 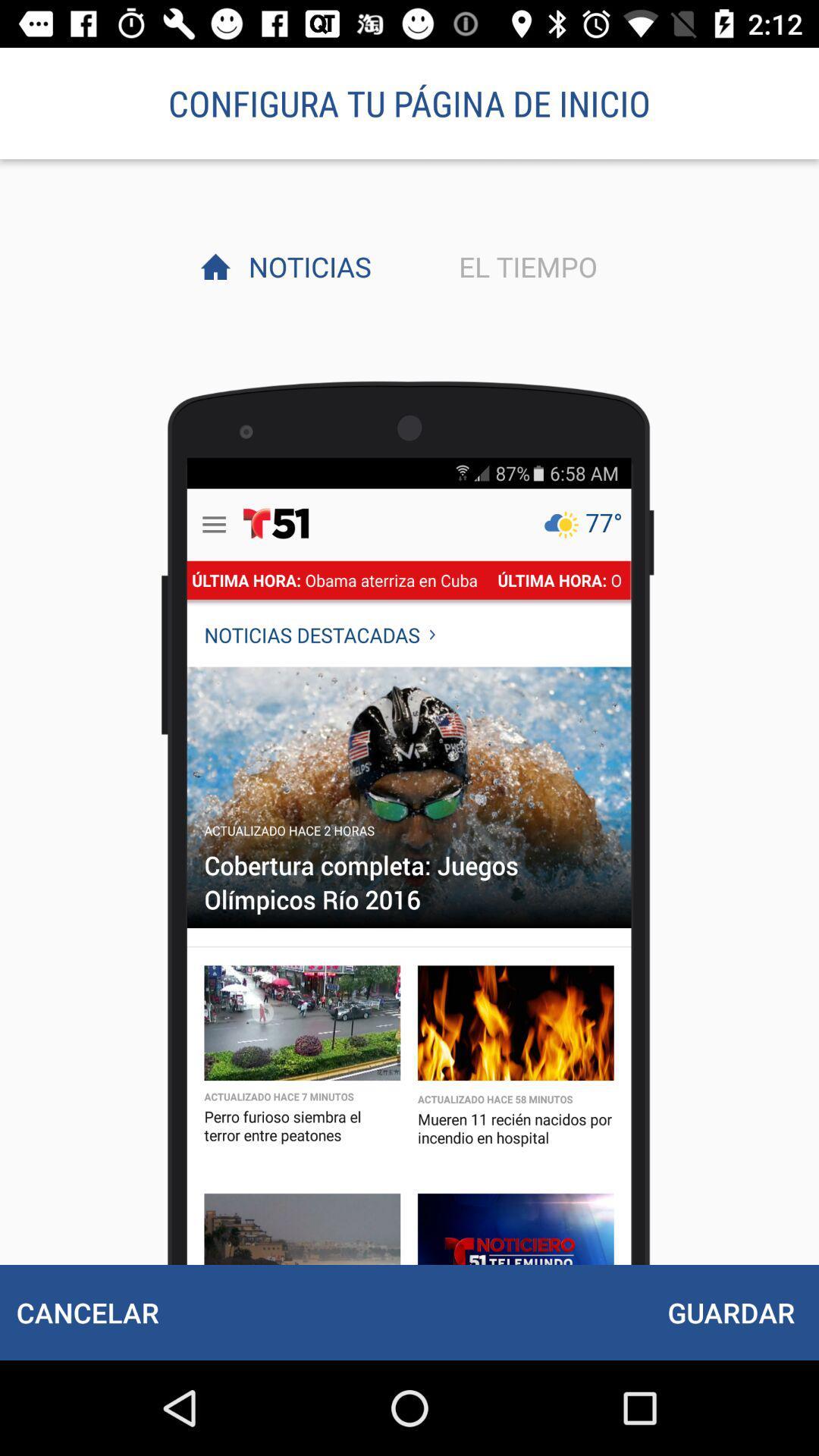 I want to click on icon at the bottom left corner, so click(x=87, y=1312).